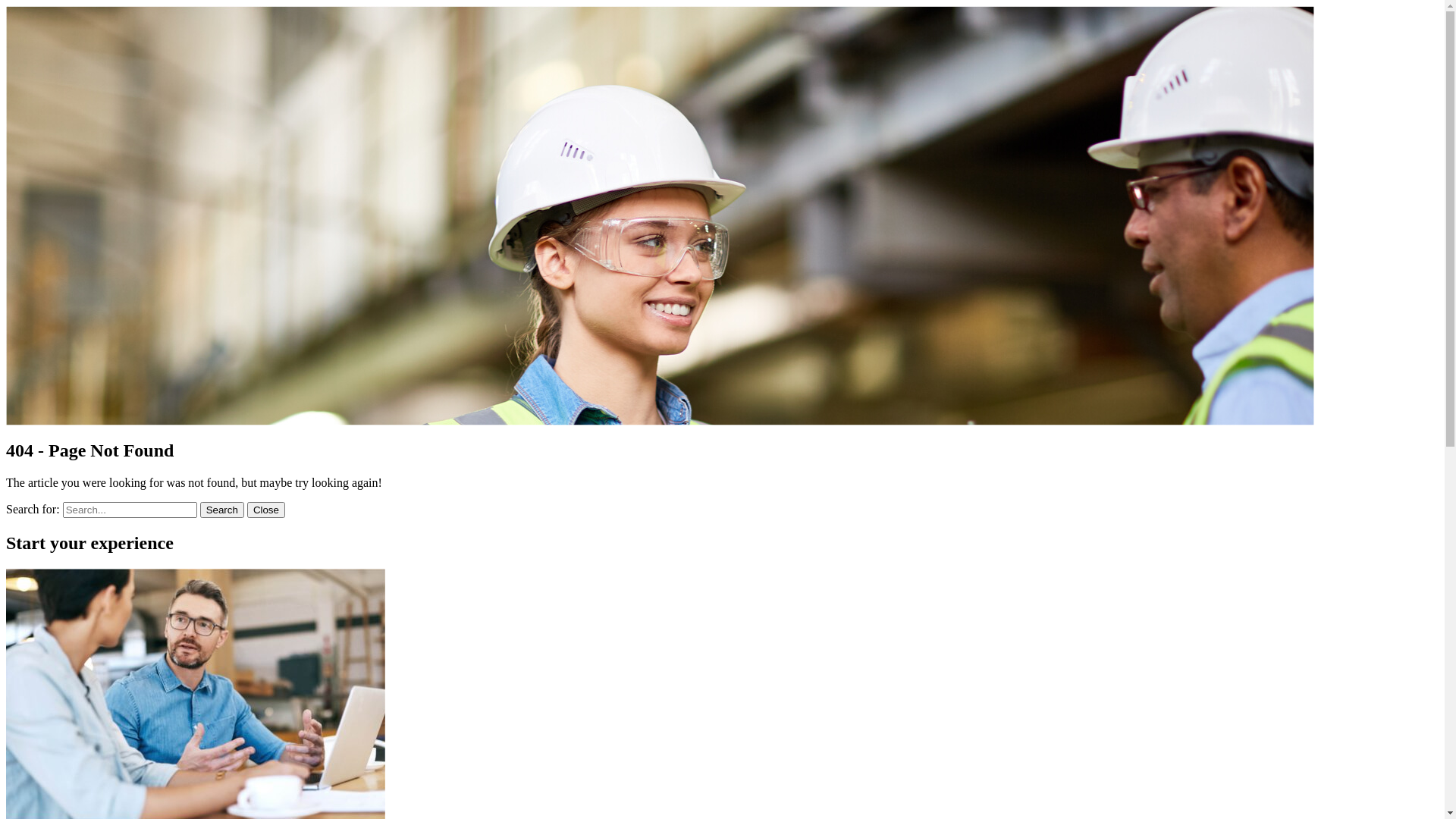 Image resolution: width=1456 pixels, height=819 pixels. Describe the element at coordinates (221, 510) in the screenshot. I see `'Search'` at that location.